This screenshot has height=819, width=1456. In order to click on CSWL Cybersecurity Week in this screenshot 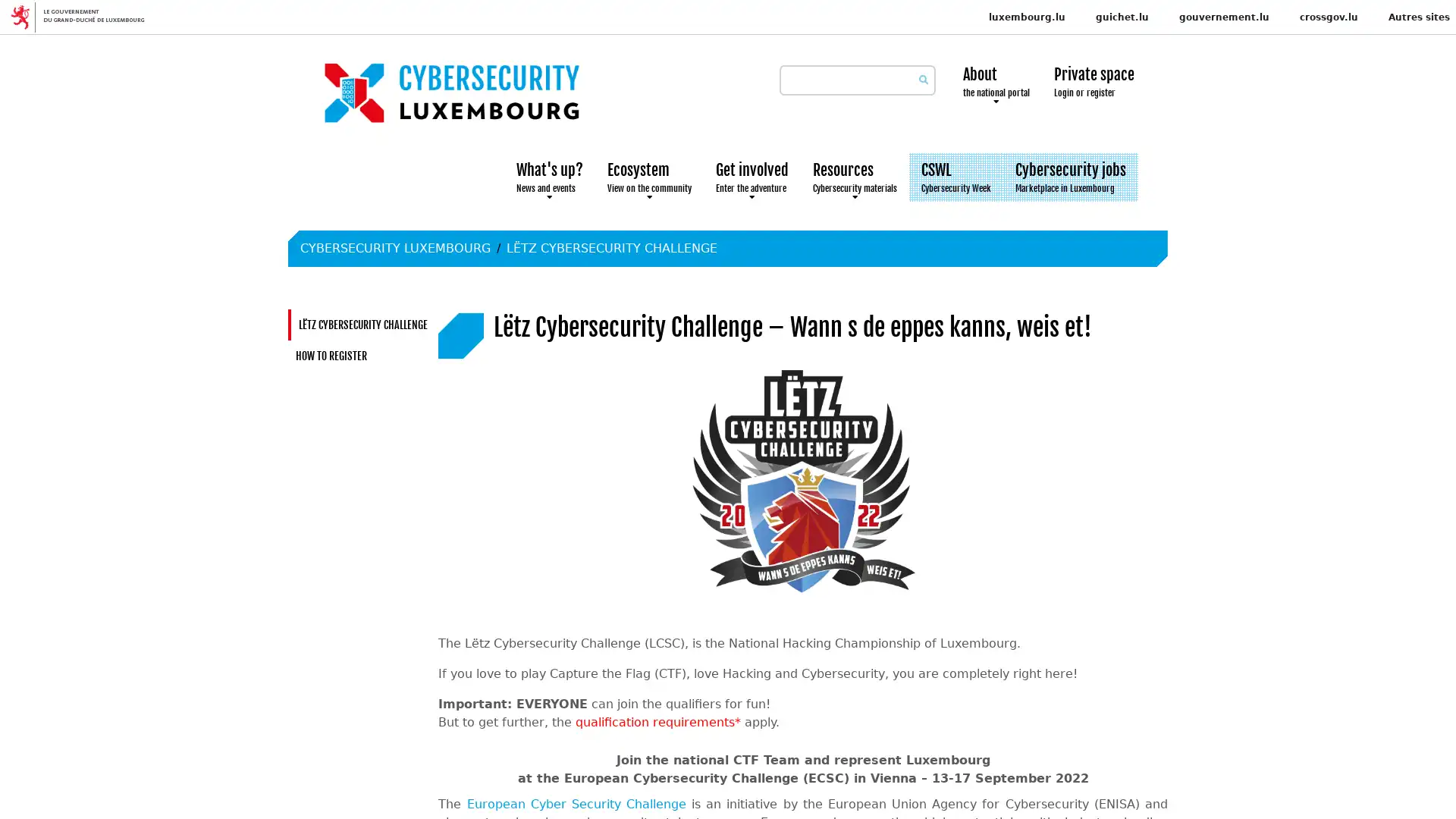, I will do `click(955, 177)`.